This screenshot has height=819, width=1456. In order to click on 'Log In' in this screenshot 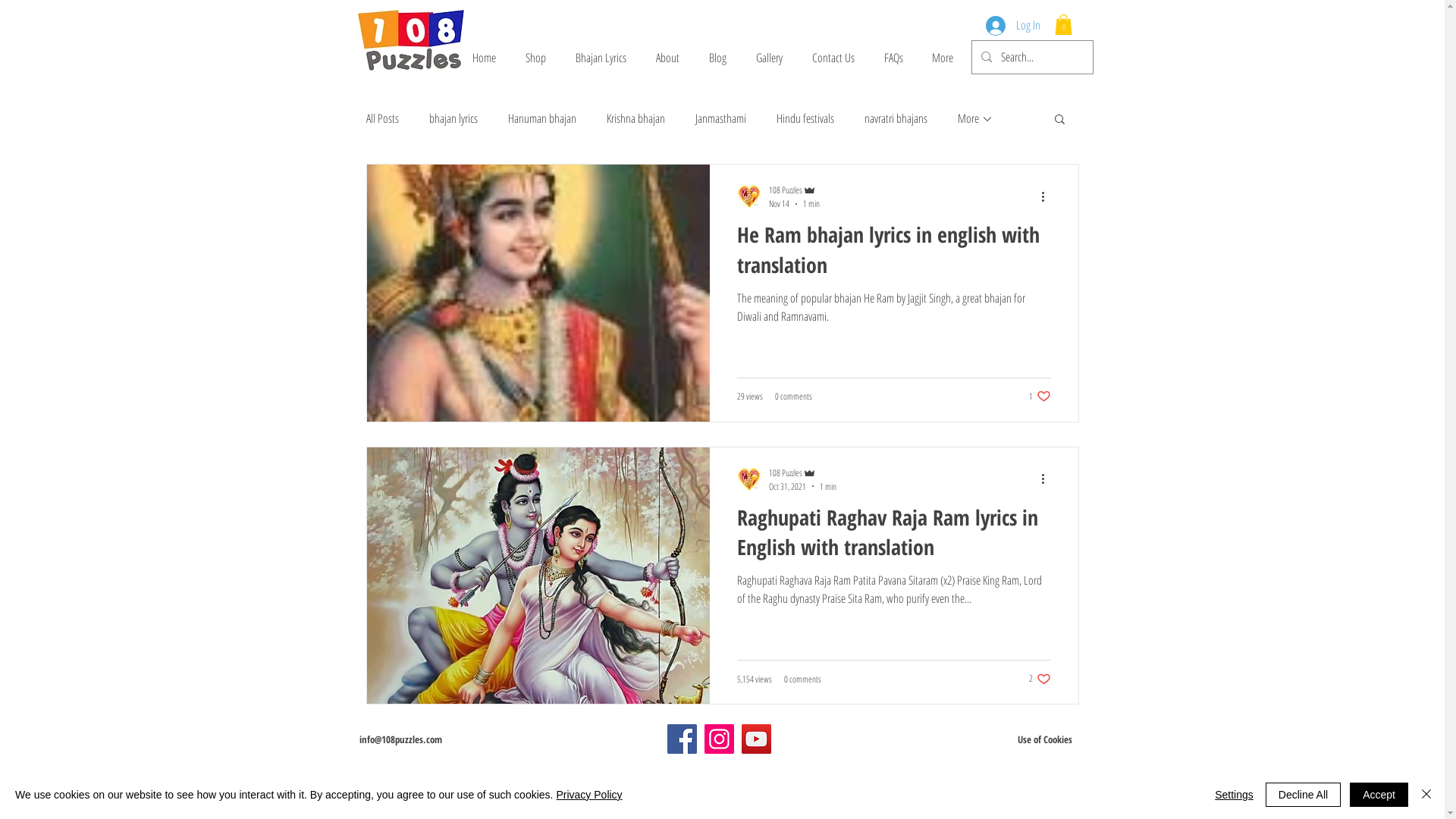, I will do `click(975, 25)`.